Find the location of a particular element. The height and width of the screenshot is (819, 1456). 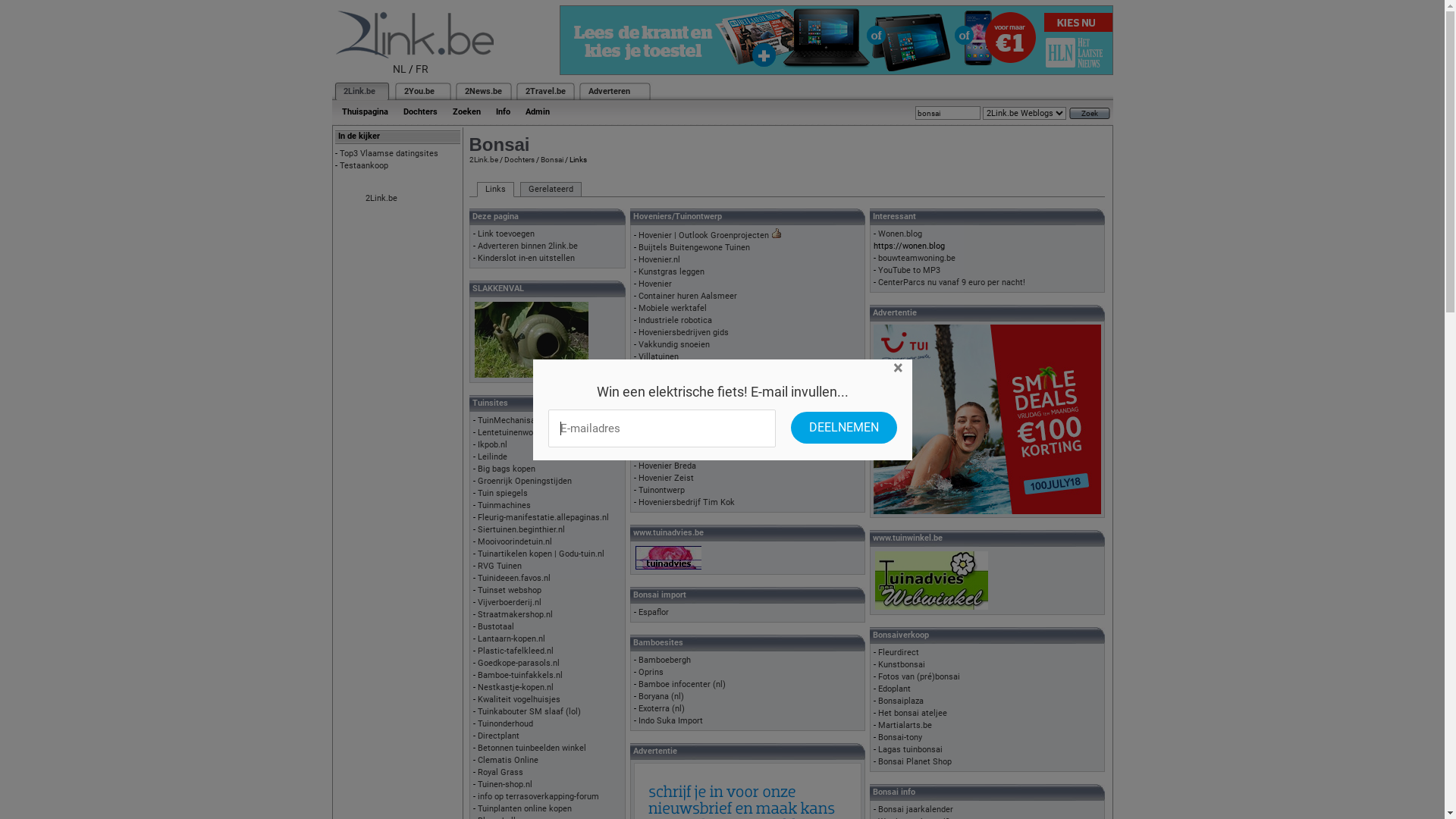

'FR' is located at coordinates (422, 69).